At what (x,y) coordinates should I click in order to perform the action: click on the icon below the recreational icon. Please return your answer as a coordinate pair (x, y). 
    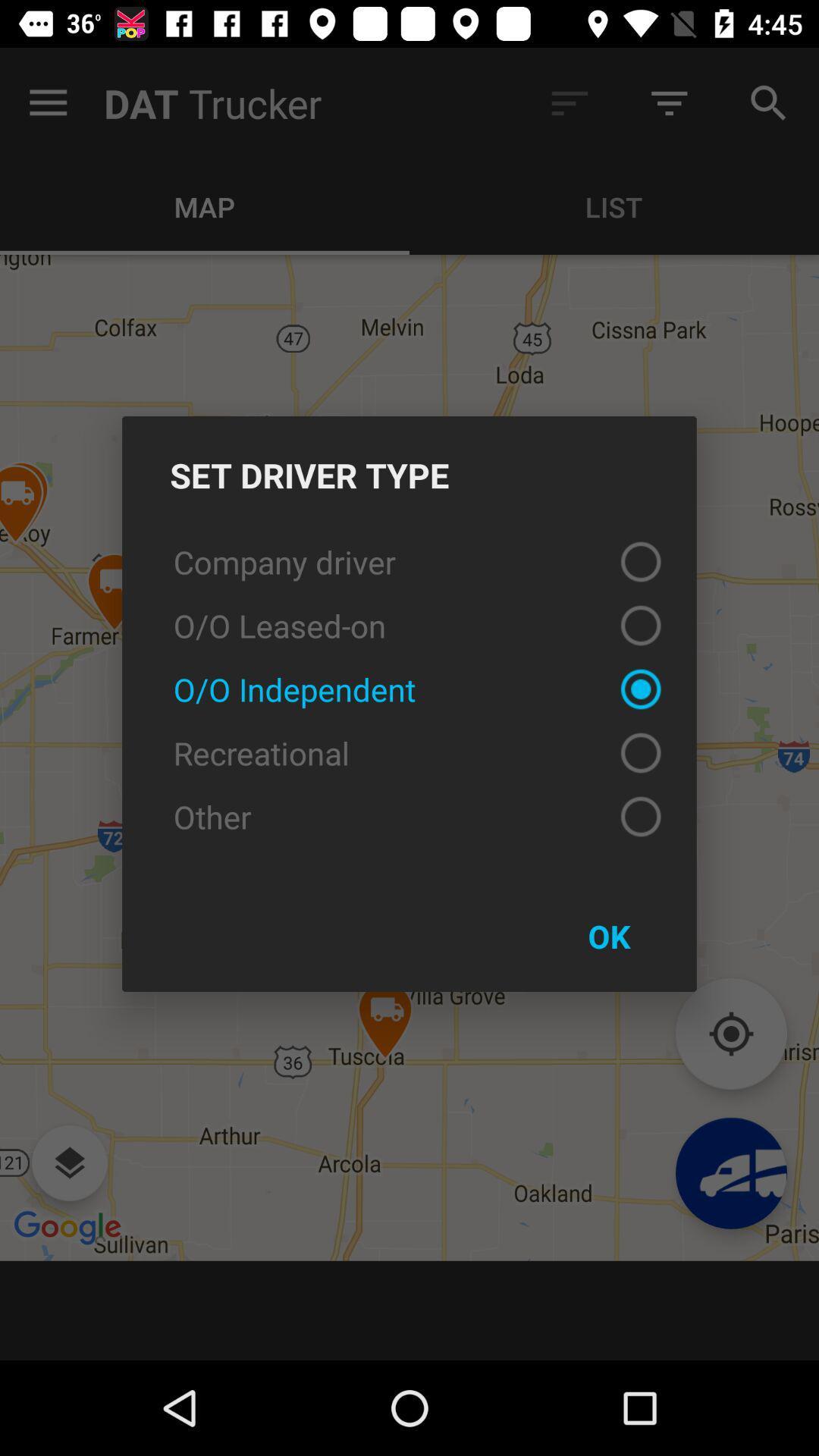
    Looking at the image, I should click on (409, 815).